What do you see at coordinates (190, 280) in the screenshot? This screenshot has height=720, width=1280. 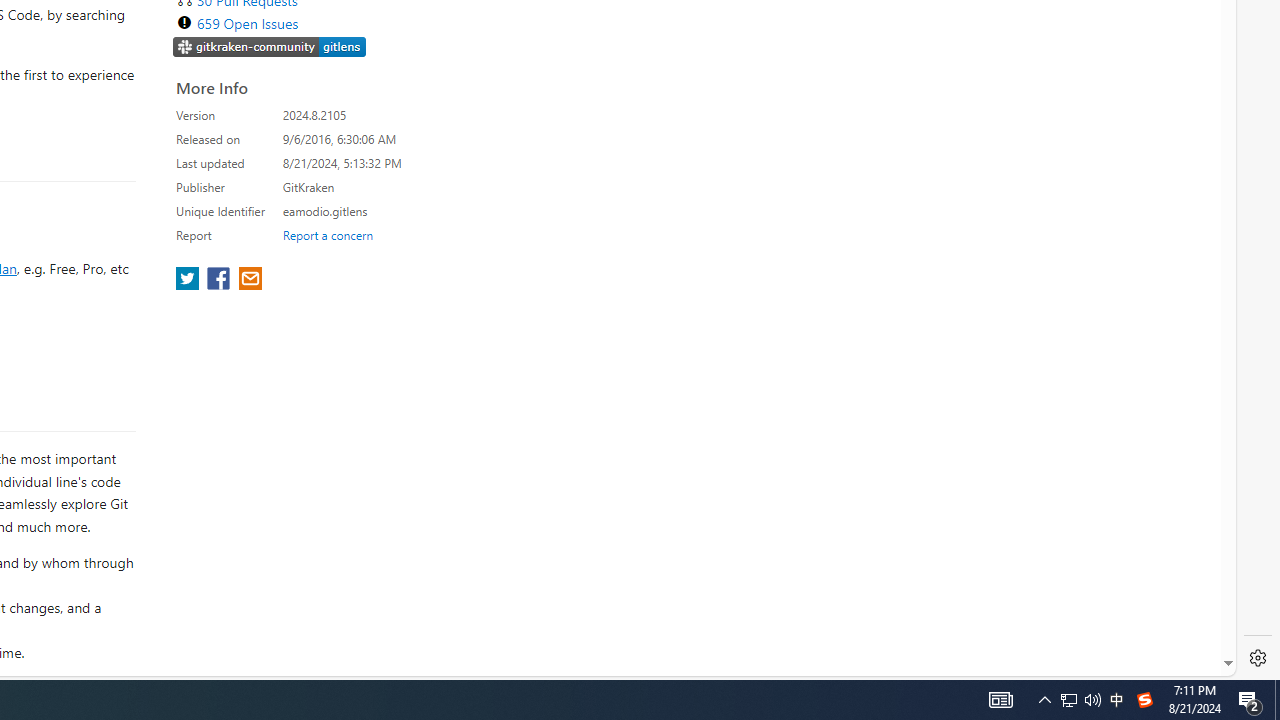 I see `'share extension on twitter'` at bounding box center [190, 280].